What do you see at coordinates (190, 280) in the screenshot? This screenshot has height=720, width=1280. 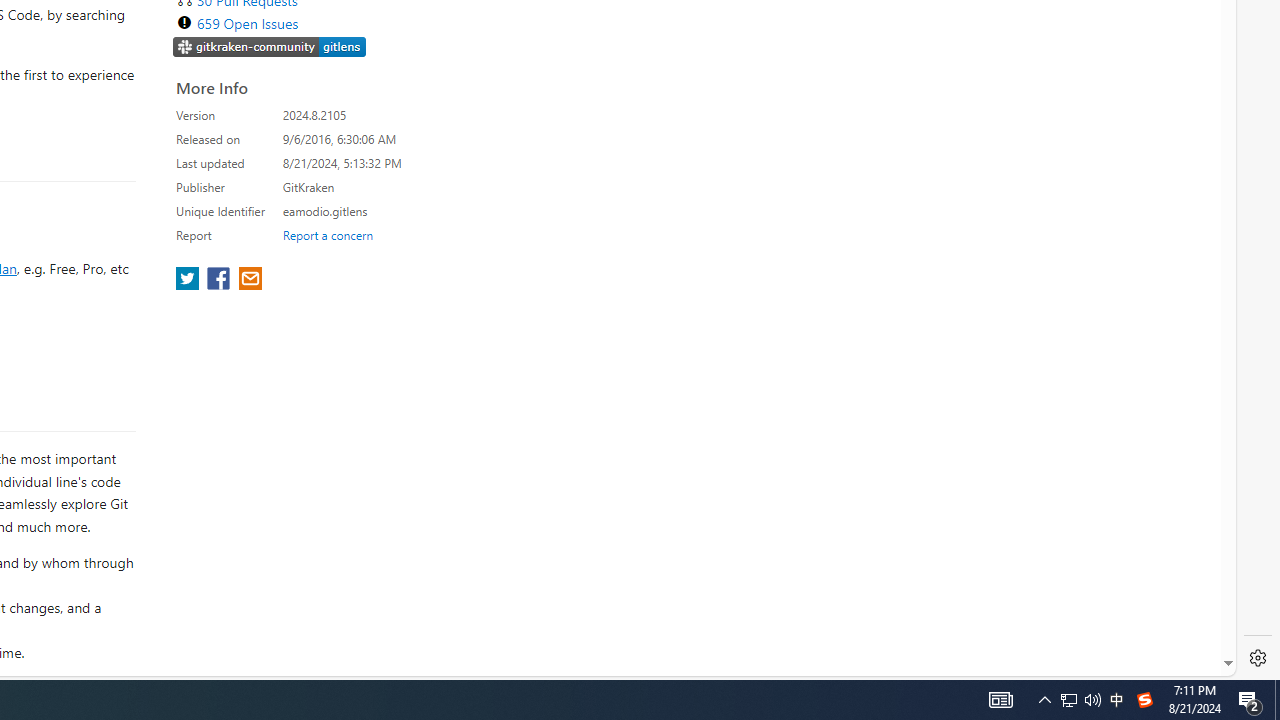 I see `'share extension on twitter'` at bounding box center [190, 280].